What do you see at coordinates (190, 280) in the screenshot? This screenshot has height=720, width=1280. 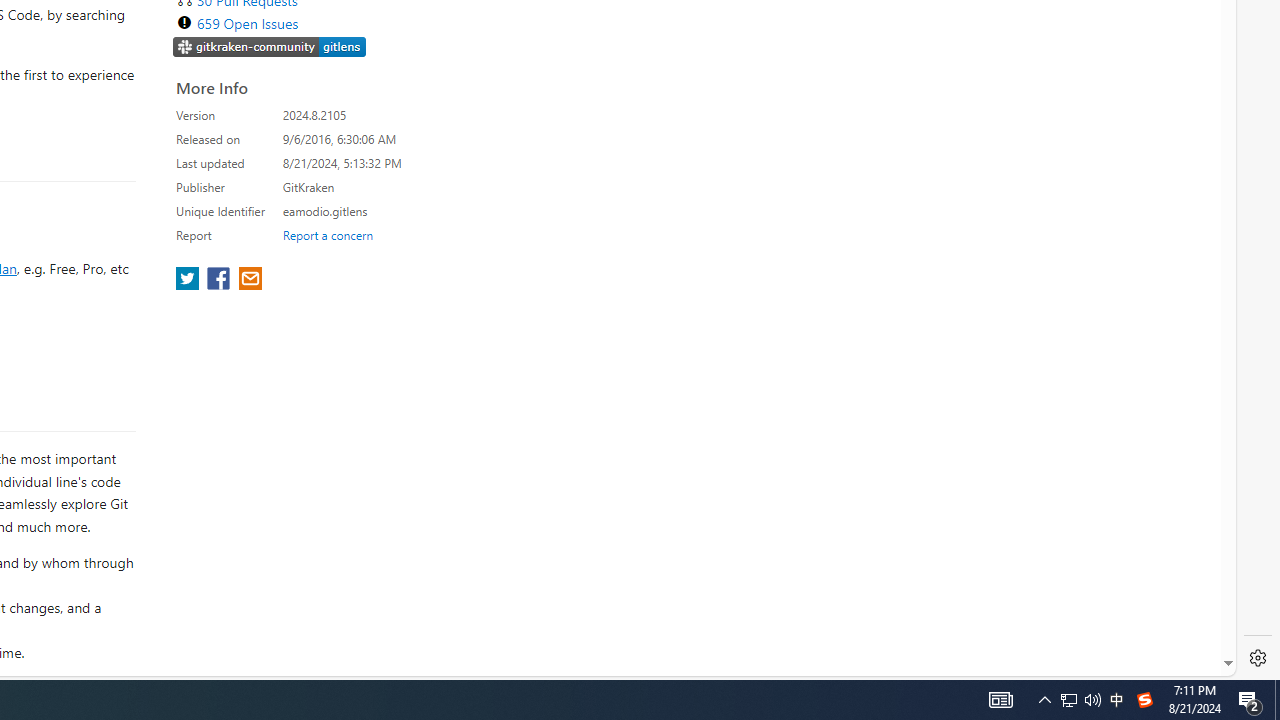 I see `'share extension on twitter'` at bounding box center [190, 280].